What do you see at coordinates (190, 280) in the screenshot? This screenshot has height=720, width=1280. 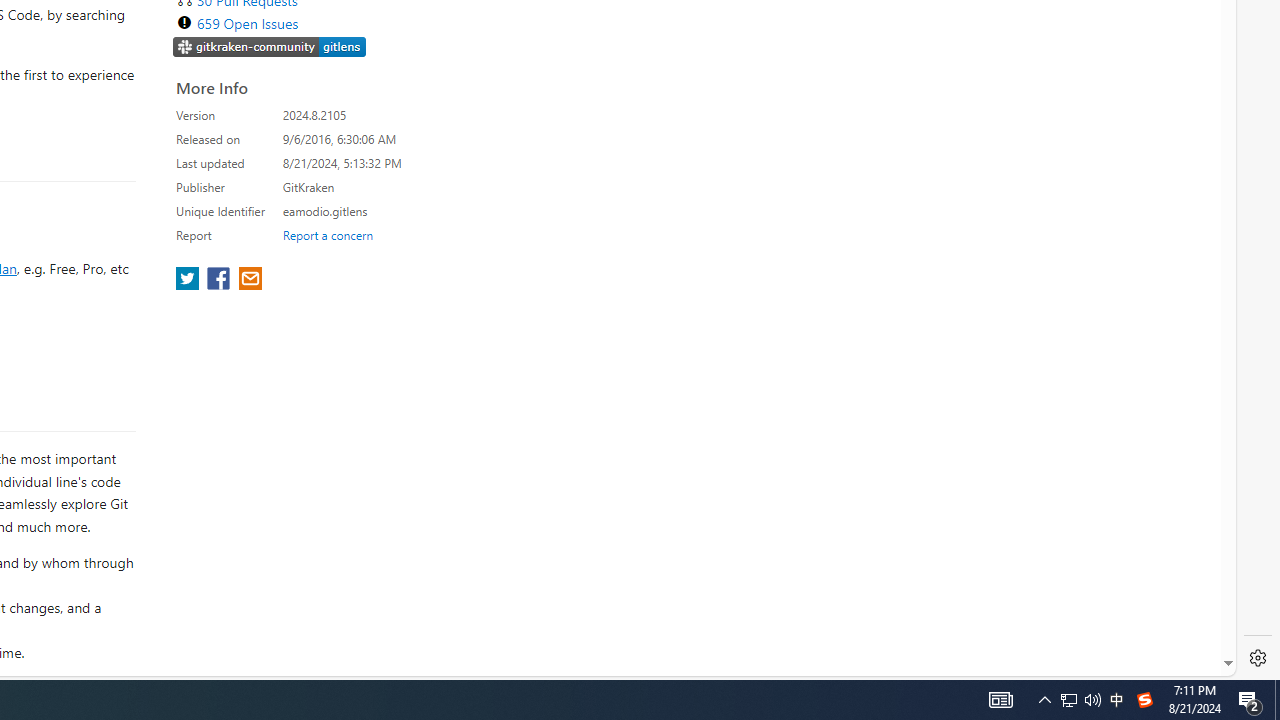 I see `'share extension on twitter'` at bounding box center [190, 280].